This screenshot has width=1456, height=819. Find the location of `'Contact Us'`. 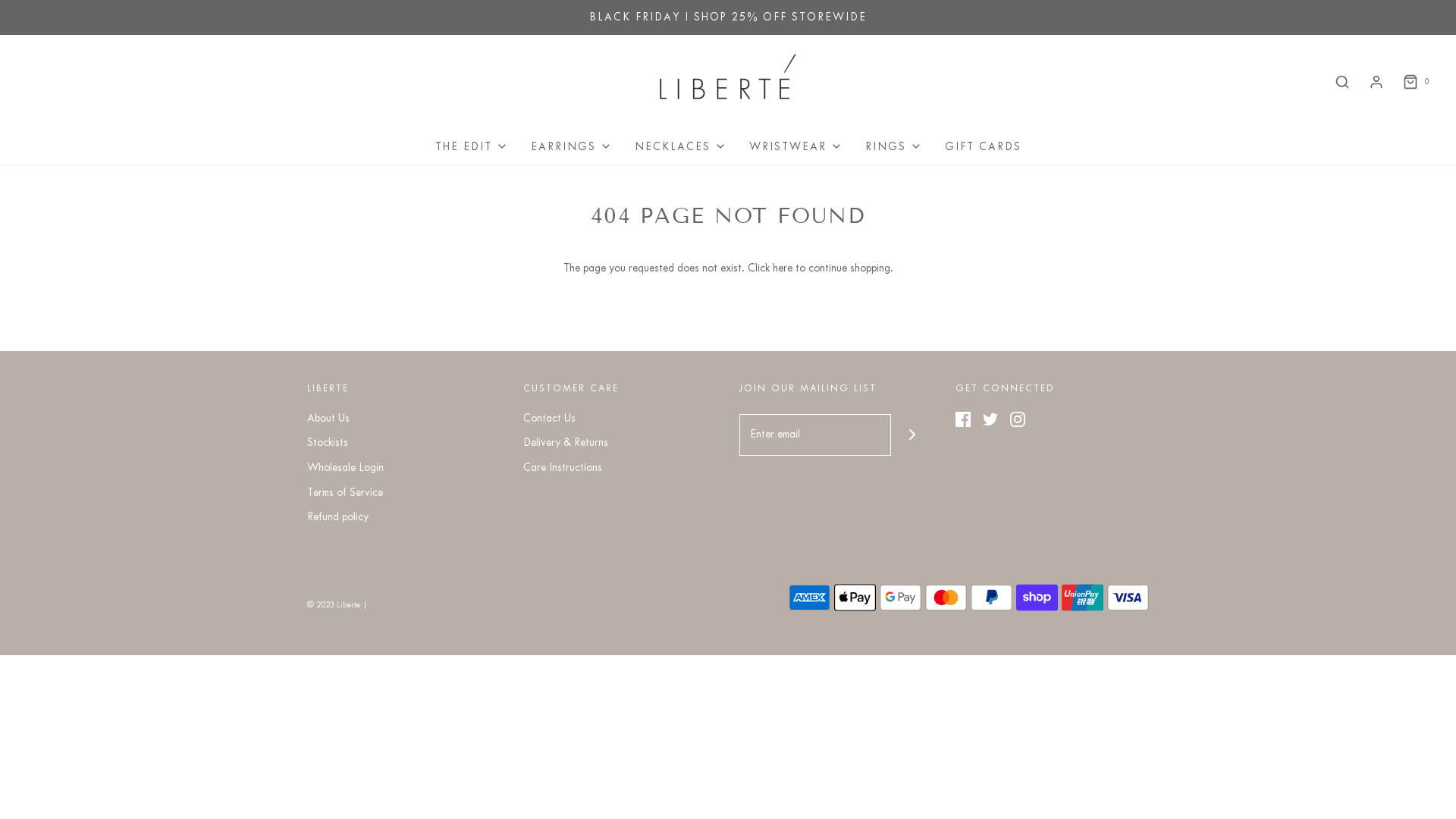

'Contact Us' is located at coordinates (548, 421).